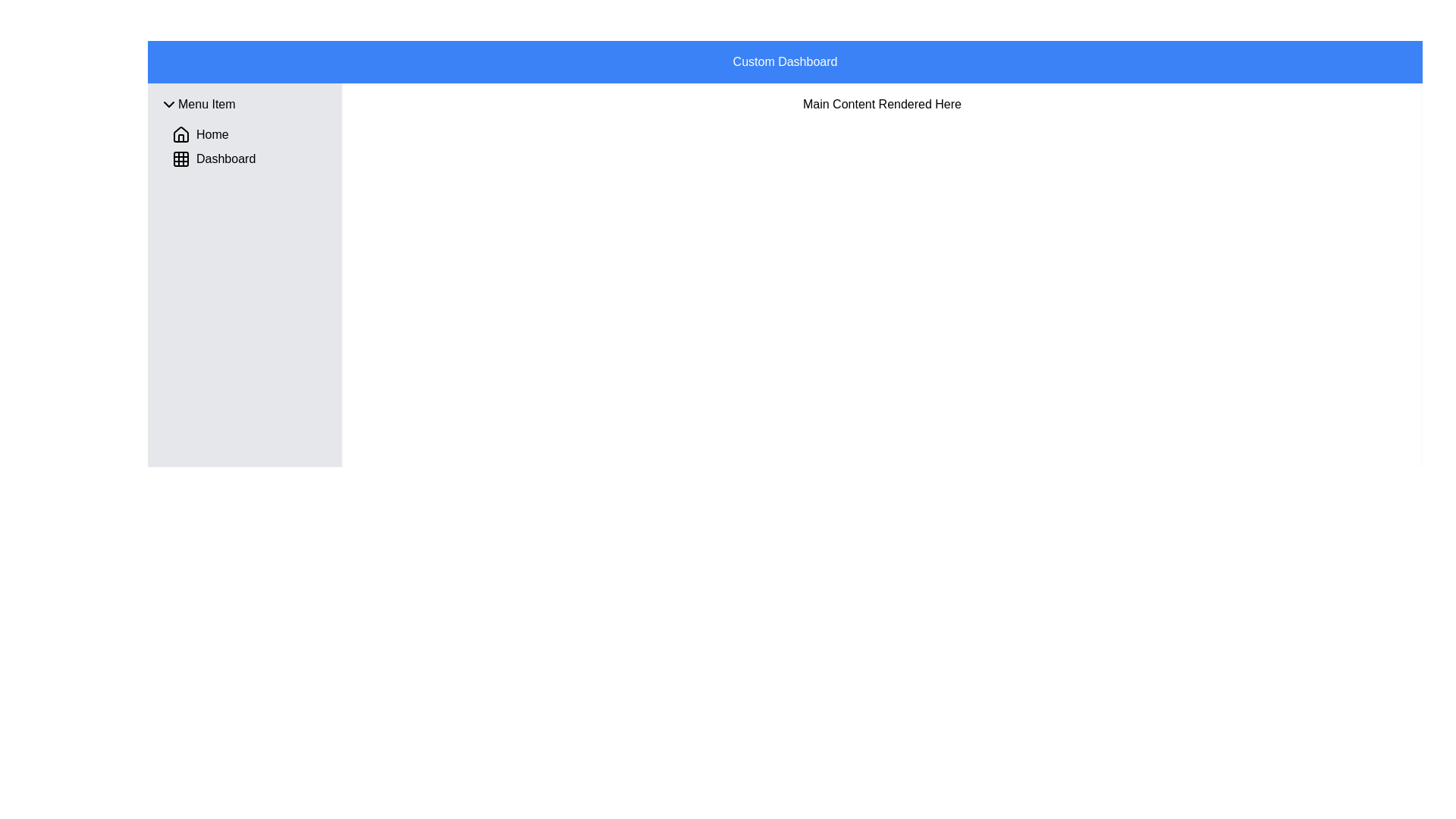 The width and height of the screenshot is (1456, 819). What do you see at coordinates (206, 104) in the screenshot?
I see `the menu item label located in the left navigation panel, positioned below an arrow icon and above the 'Home' and 'Dashboard' navigation items` at bounding box center [206, 104].